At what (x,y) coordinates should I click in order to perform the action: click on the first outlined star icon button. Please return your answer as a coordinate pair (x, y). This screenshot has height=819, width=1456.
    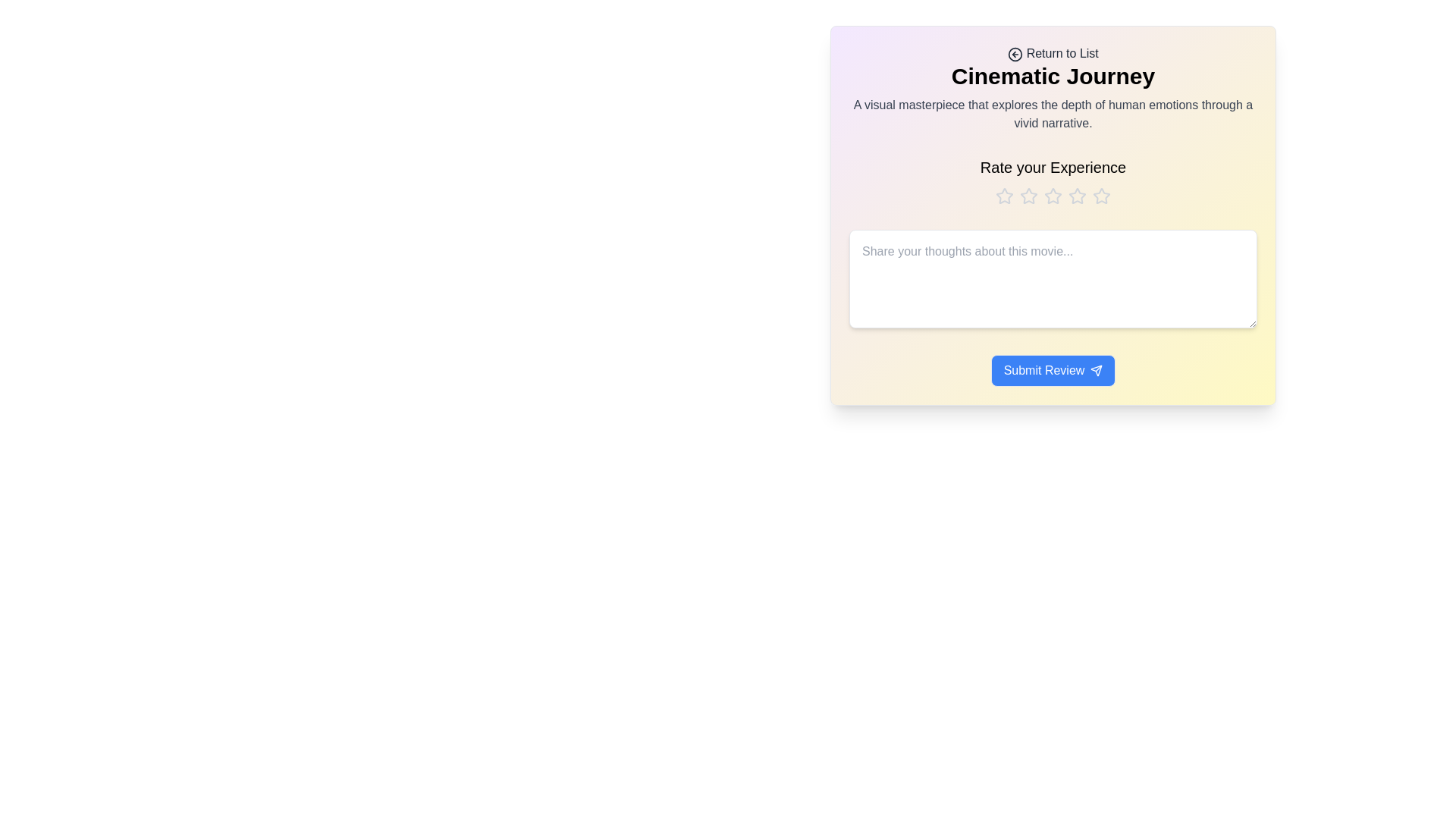
    Looking at the image, I should click on (1004, 195).